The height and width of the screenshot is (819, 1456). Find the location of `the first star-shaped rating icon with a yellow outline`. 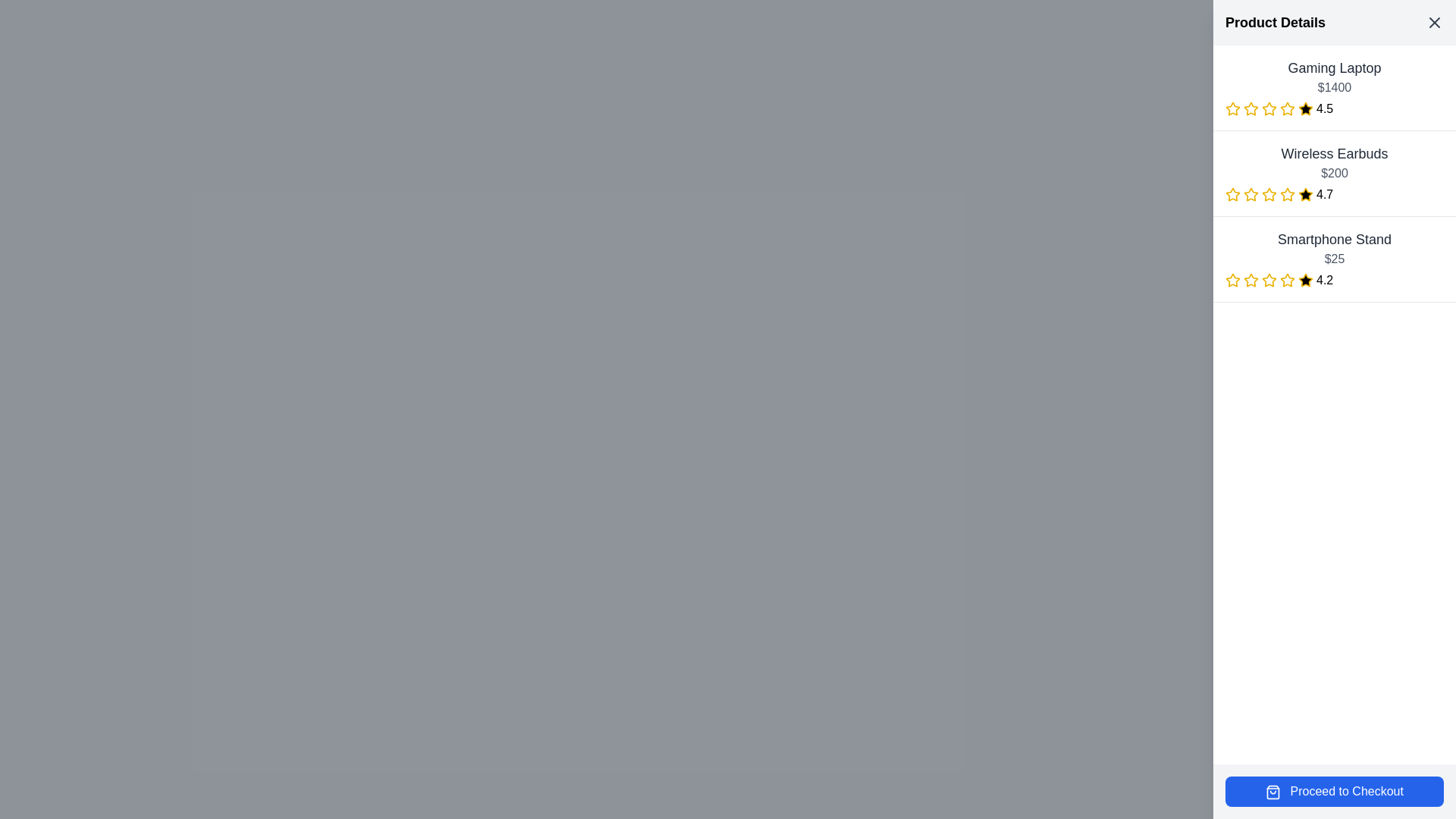

the first star-shaped rating icon with a yellow outline is located at coordinates (1232, 280).